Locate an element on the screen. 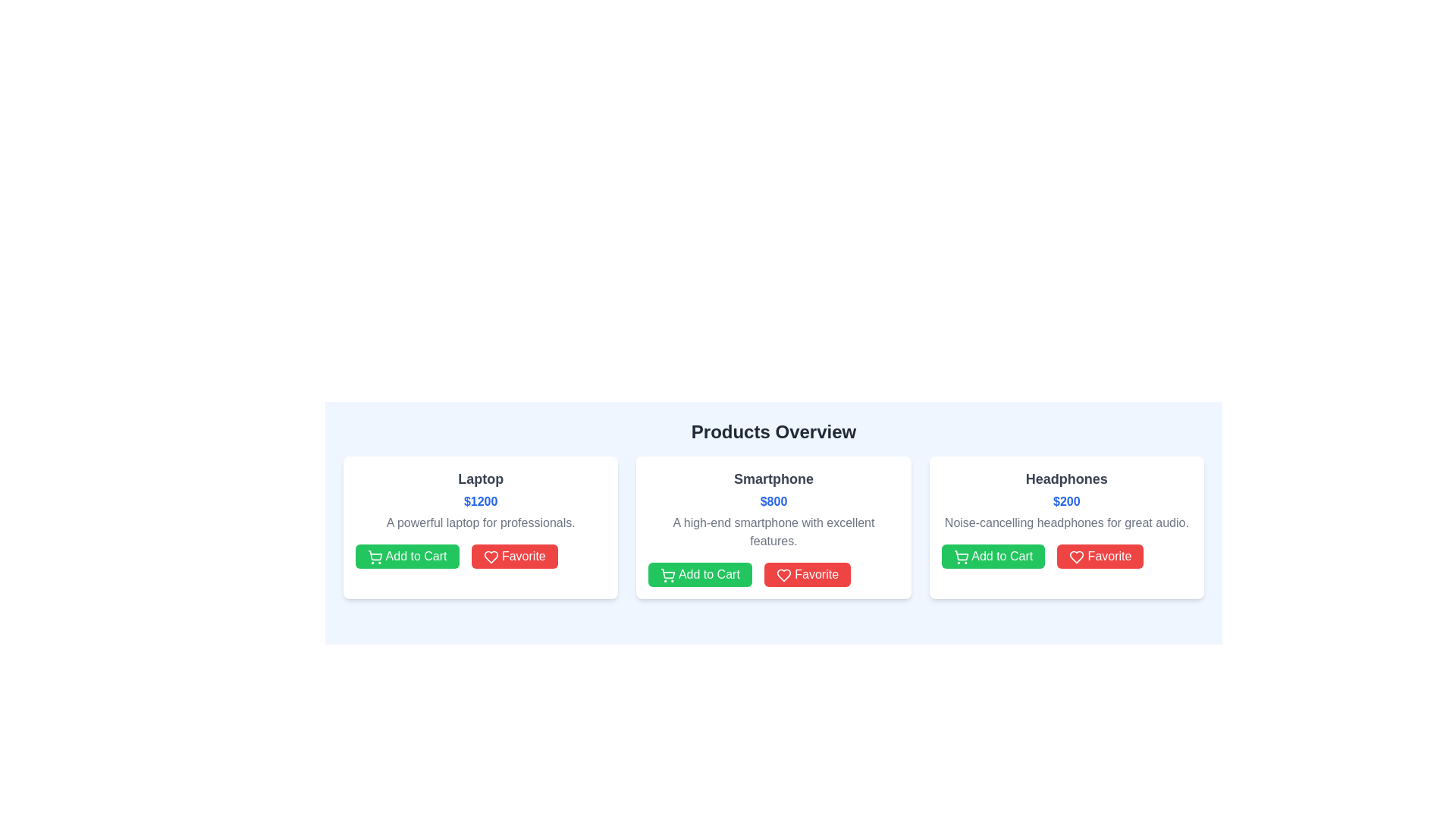 This screenshot has width=1456, height=819. the 'Smartphone' product card is located at coordinates (773, 526).